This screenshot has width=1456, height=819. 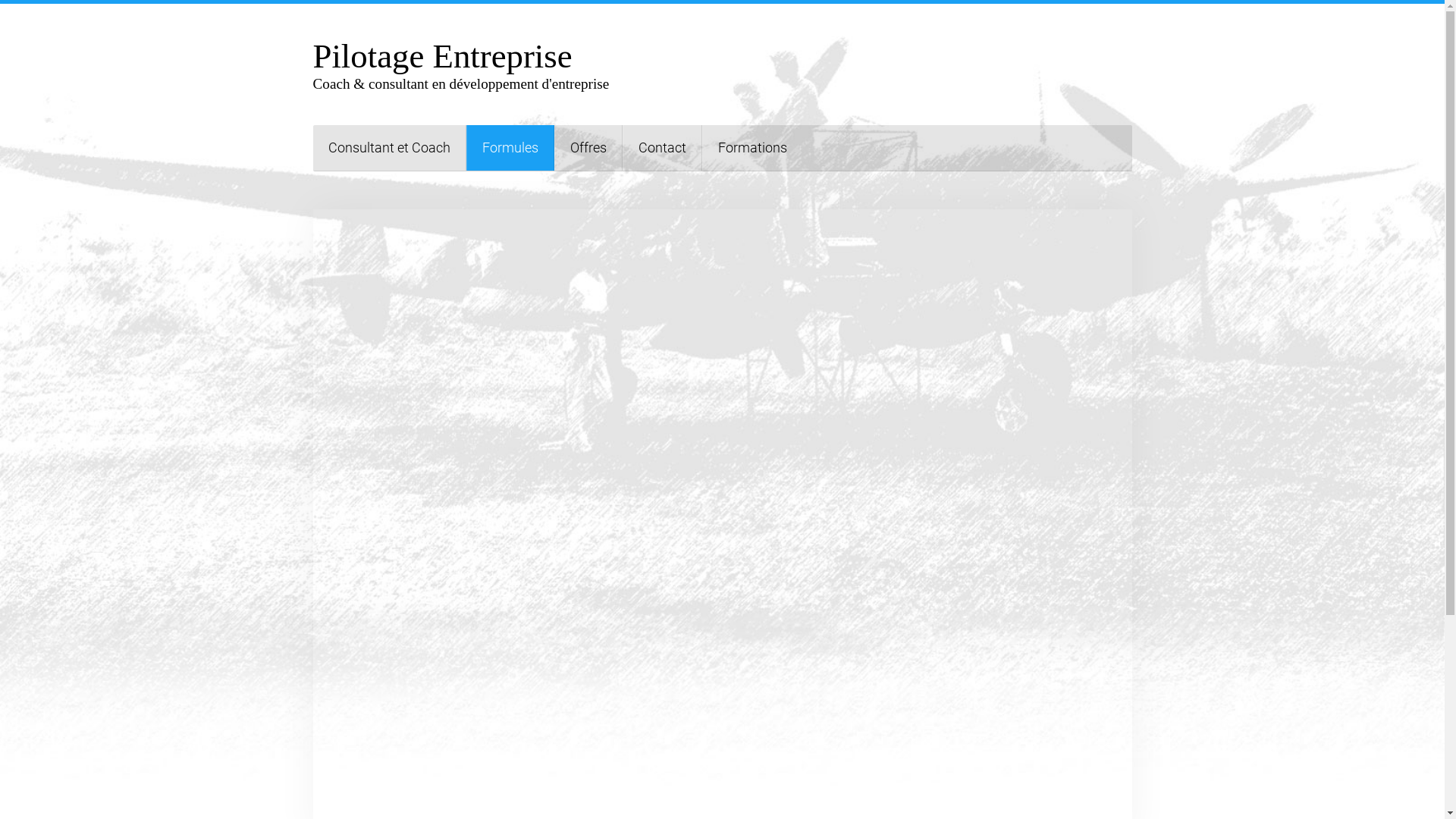 I want to click on 'Formations', so click(x=752, y=148).